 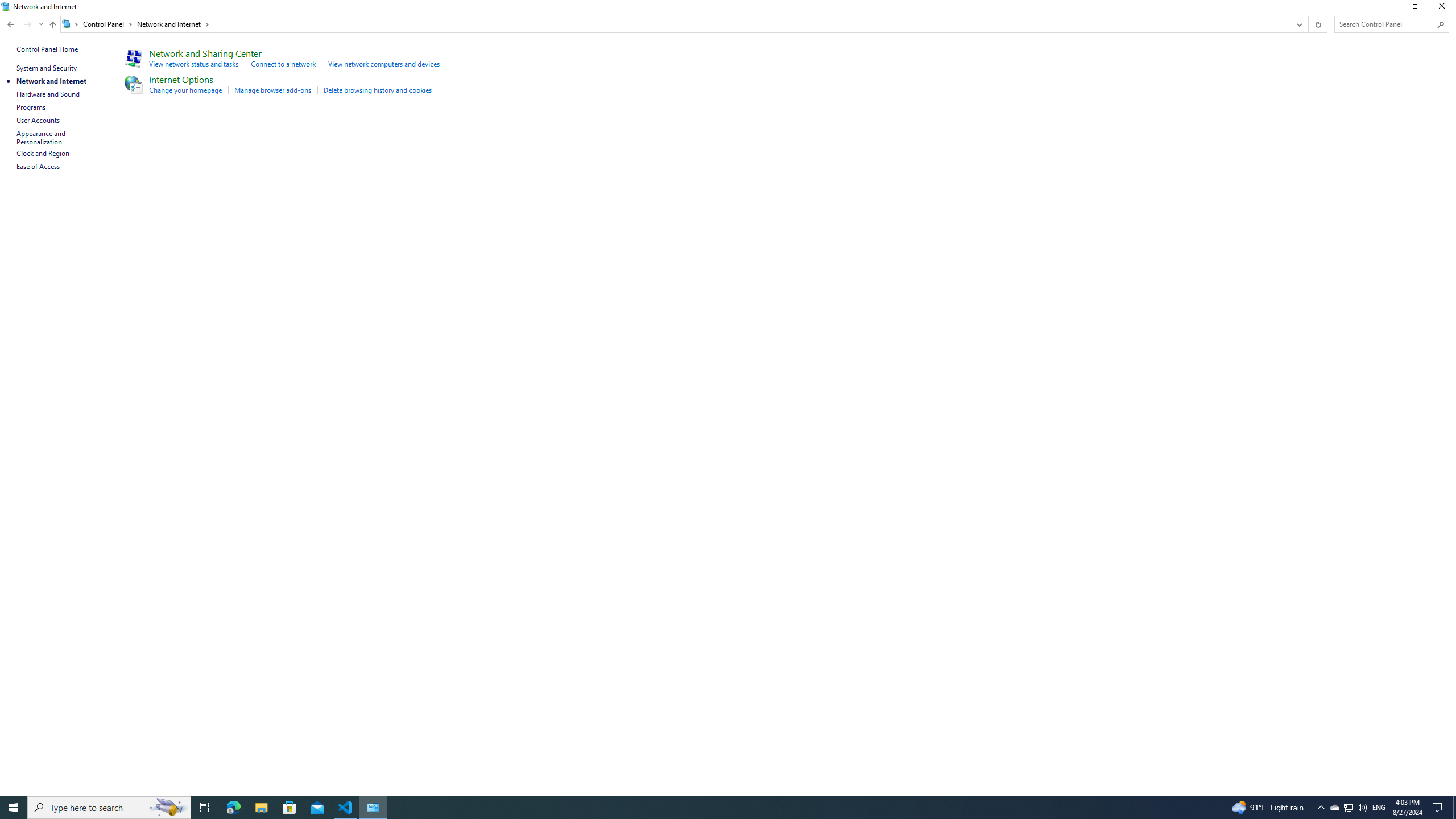 I want to click on 'Control Panel Home', so click(x=47, y=48).